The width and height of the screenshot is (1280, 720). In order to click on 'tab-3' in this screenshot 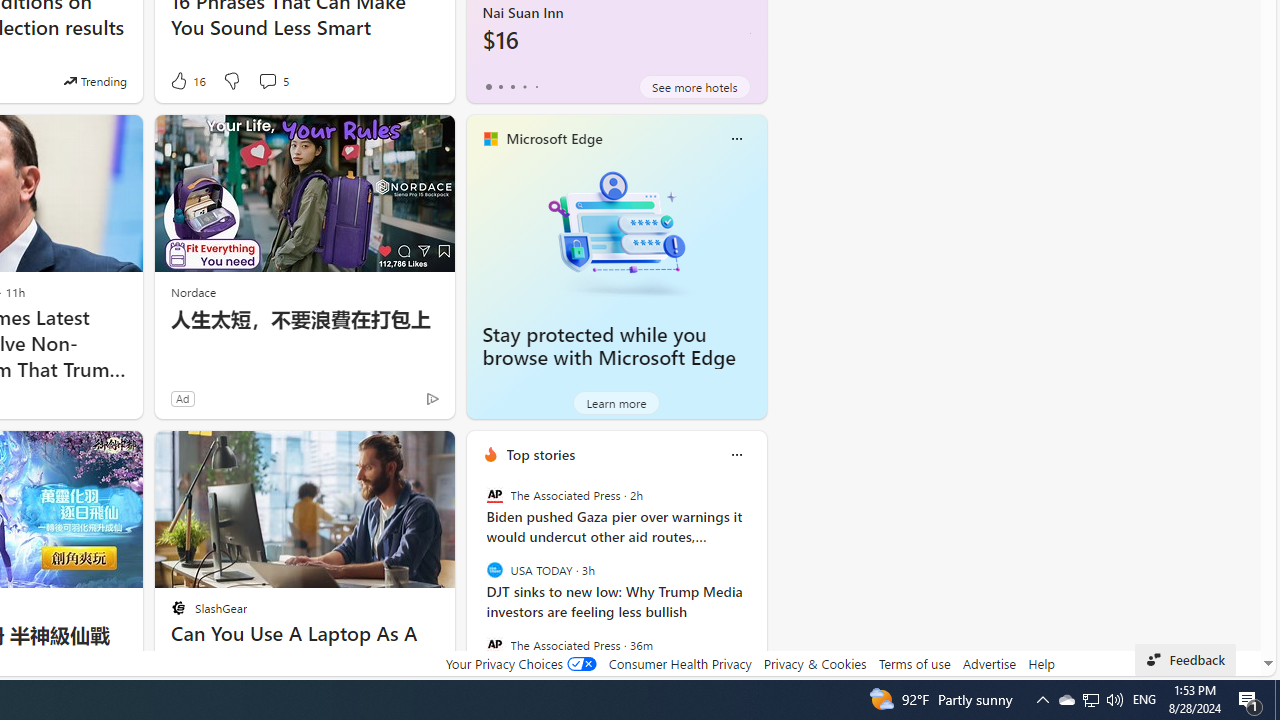, I will do `click(524, 86)`.